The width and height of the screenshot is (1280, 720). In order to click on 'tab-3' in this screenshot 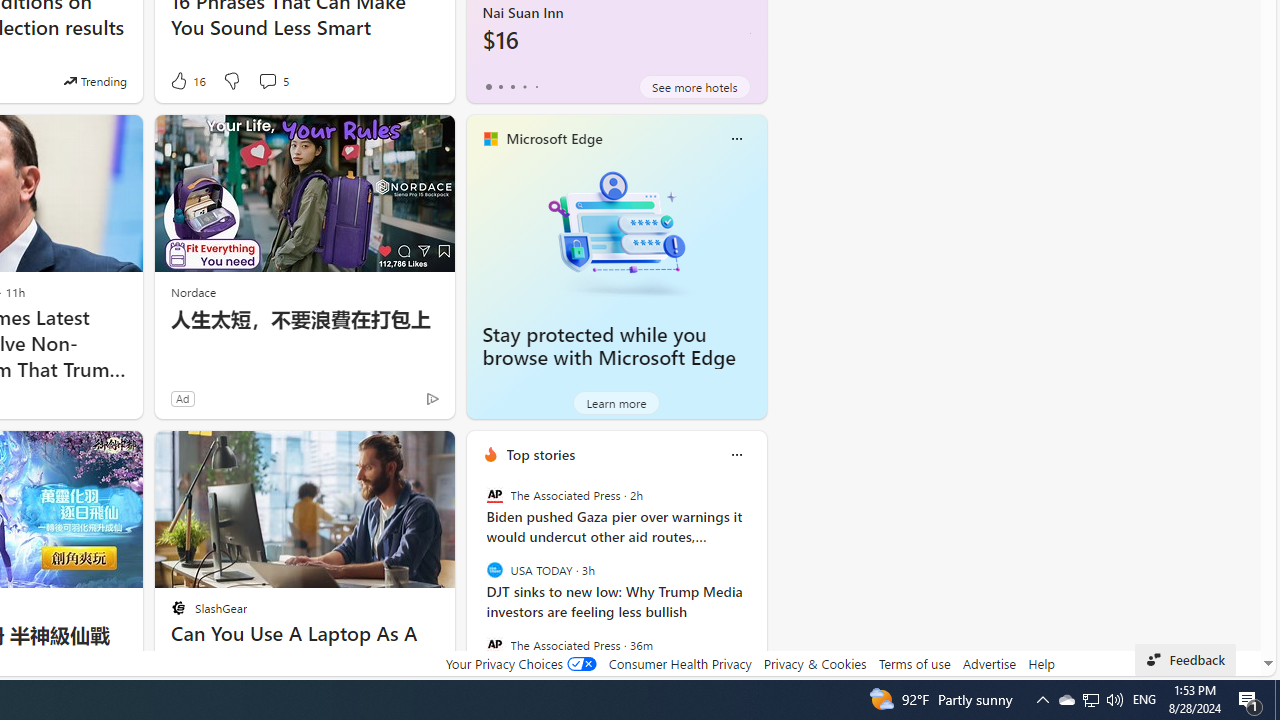, I will do `click(524, 86)`.